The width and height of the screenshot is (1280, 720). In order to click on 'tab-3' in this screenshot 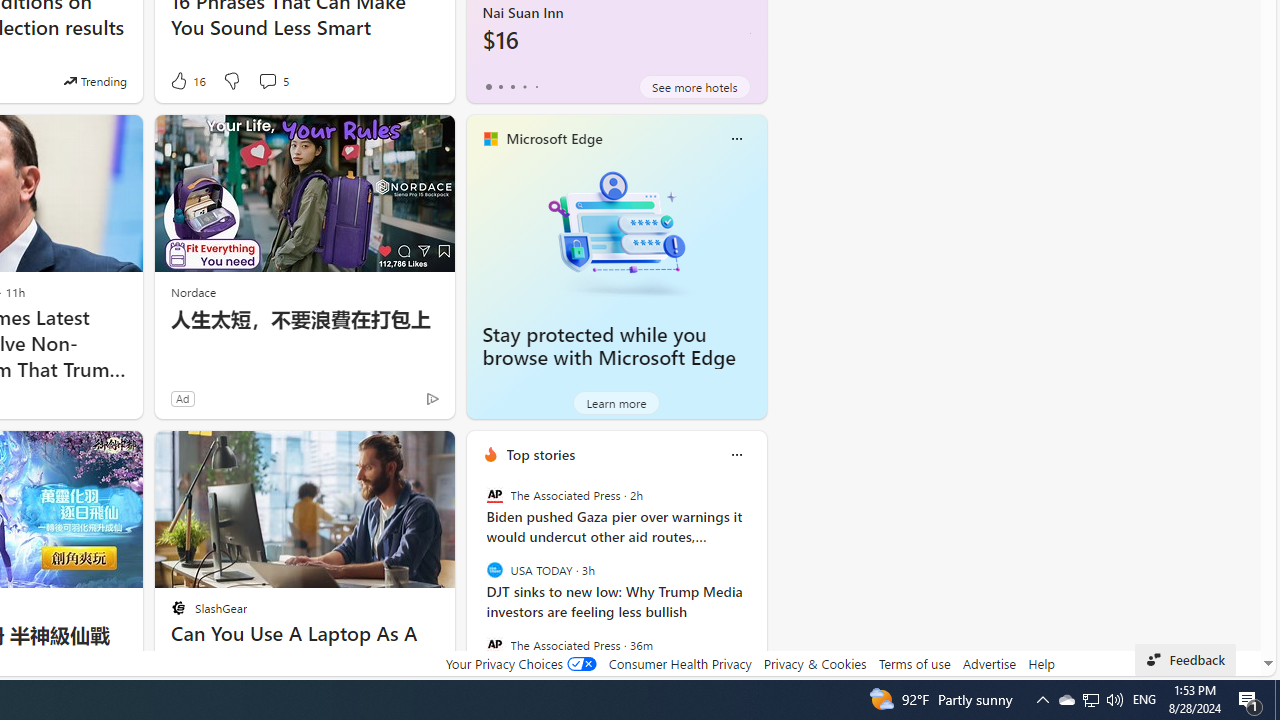, I will do `click(524, 86)`.